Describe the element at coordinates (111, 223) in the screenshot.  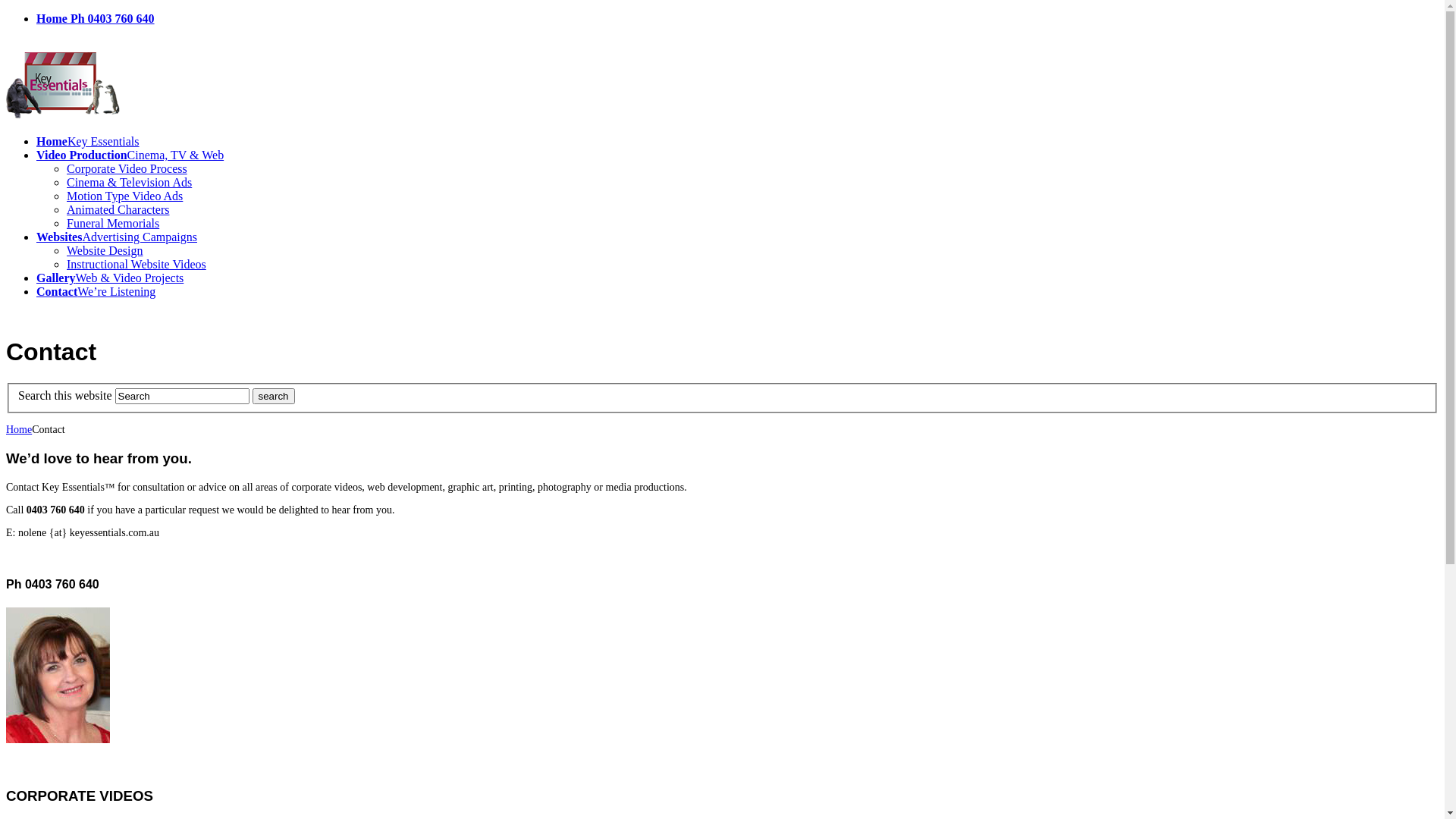
I see `'Funeral Memorials'` at that location.